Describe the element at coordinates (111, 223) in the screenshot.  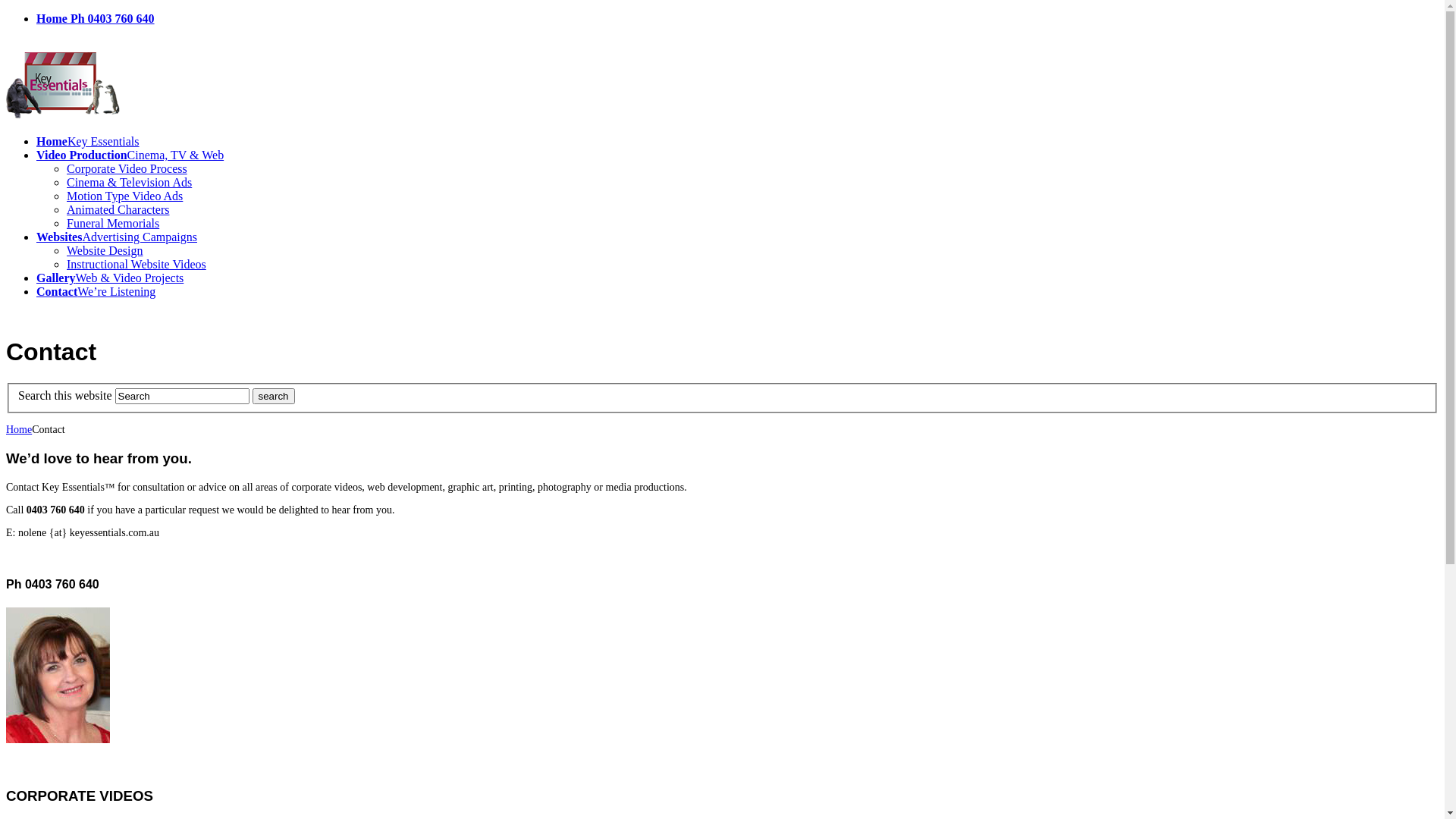
I see `'Funeral Memorials'` at that location.